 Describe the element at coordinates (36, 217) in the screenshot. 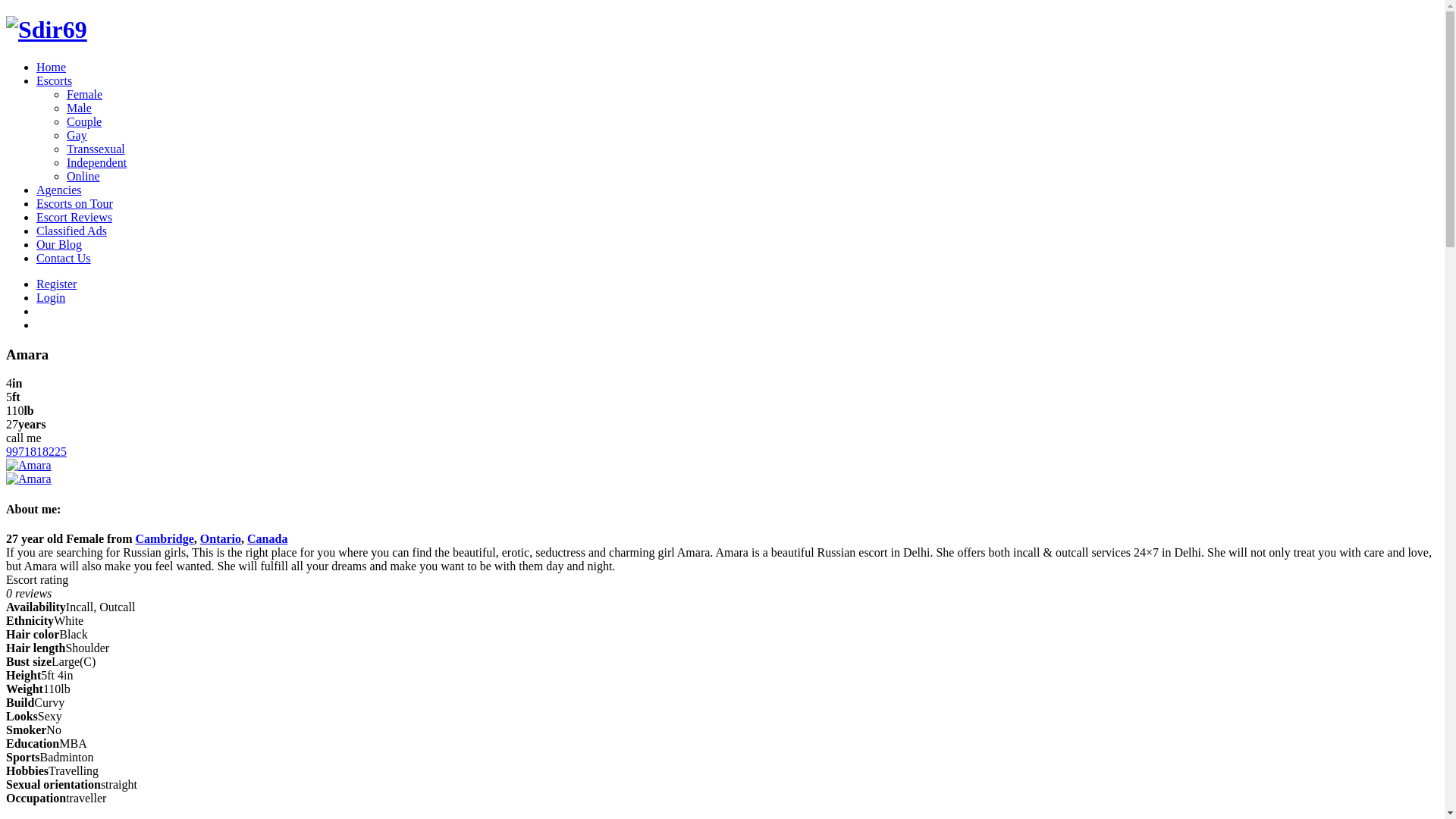

I see `'Escort Reviews'` at that location.